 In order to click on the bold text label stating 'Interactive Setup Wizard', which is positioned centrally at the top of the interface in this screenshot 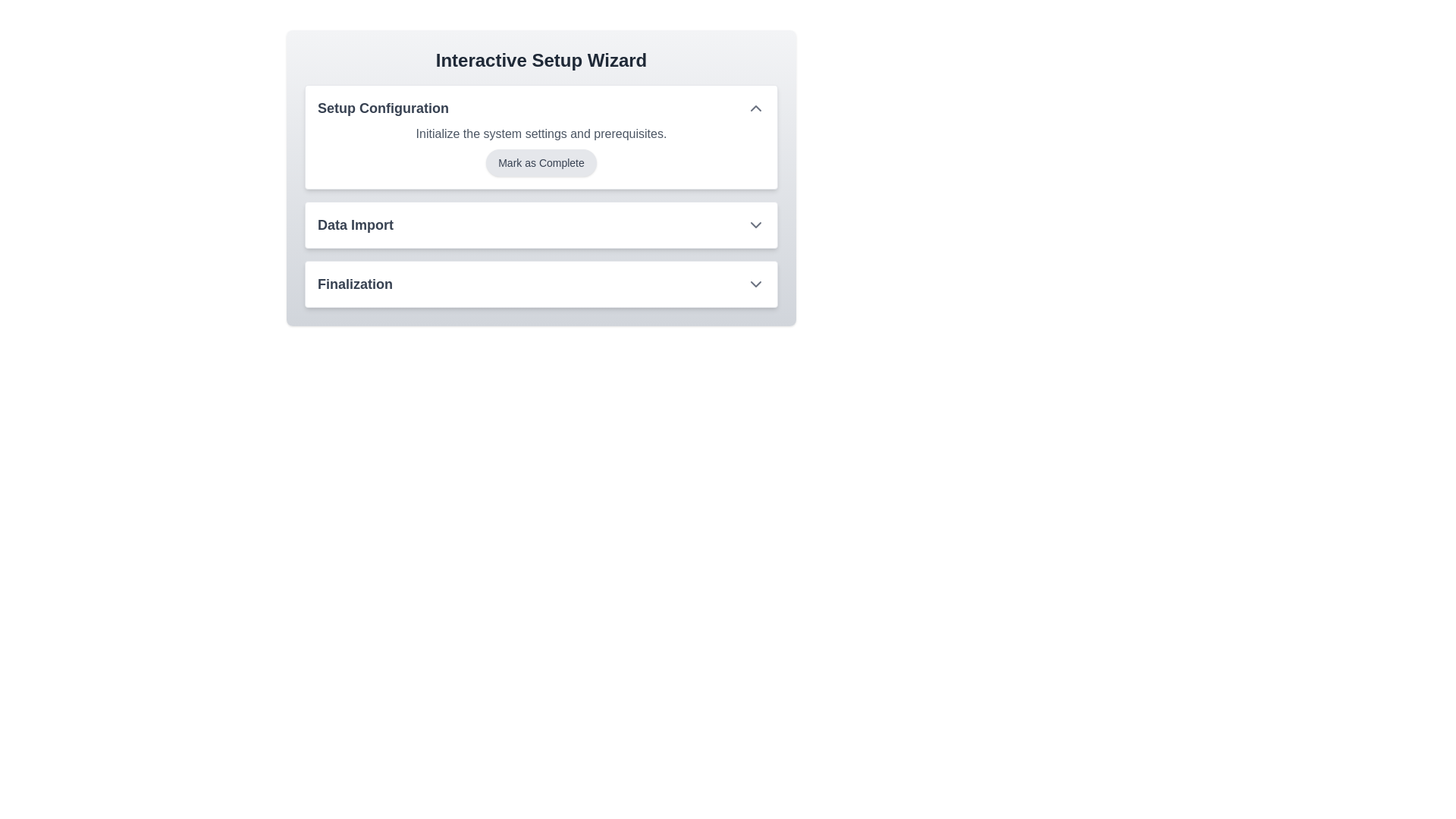, I will do `click(541, 60)`.